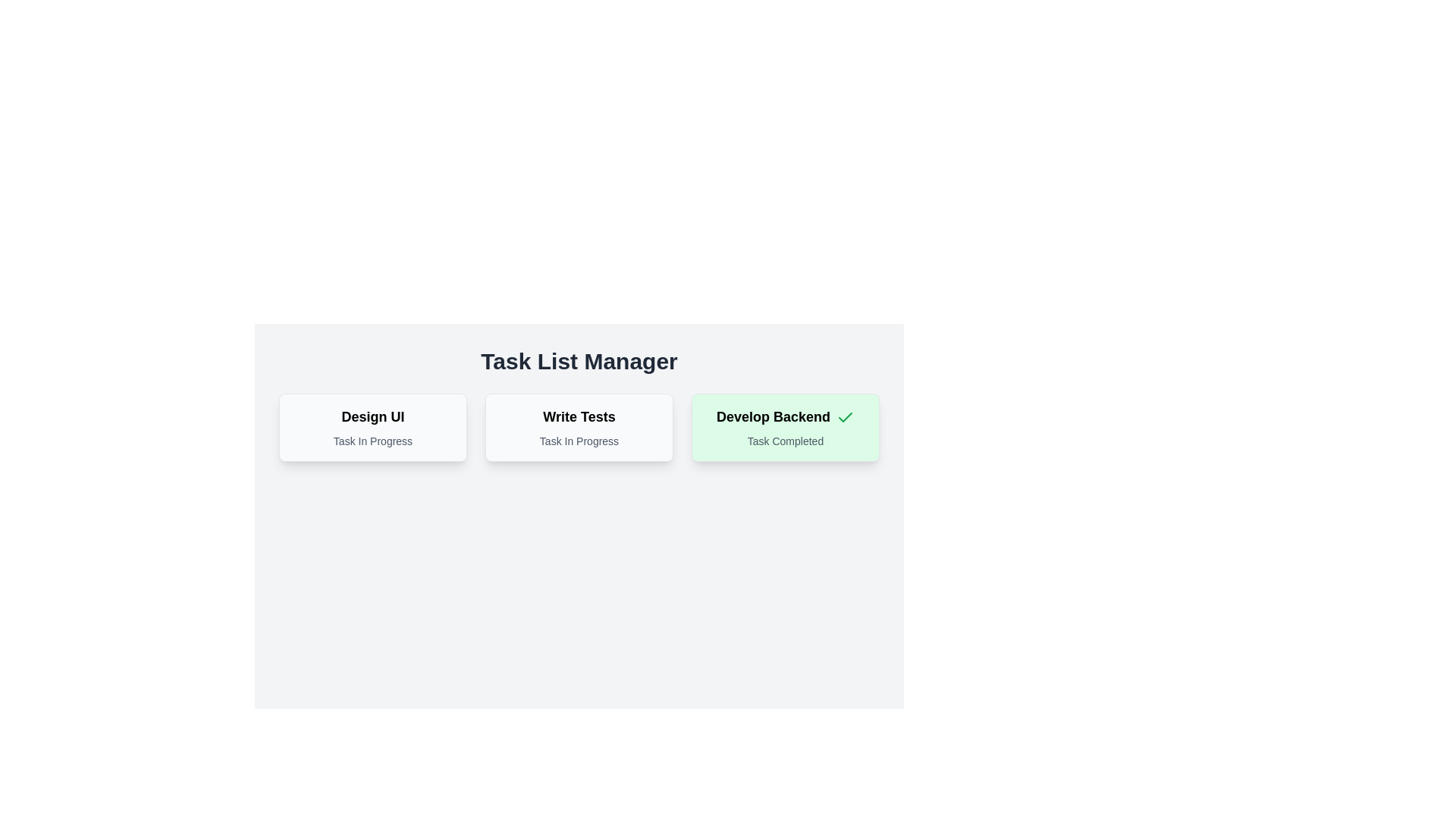  Describe the element at coordinates (786, 417) in the screenshot. I see `the heading text 'Develop Backend' which is styled in bold and larger font, indicating task completion with a green background, located in the third card of the 'Task List Manager' section` at that location.